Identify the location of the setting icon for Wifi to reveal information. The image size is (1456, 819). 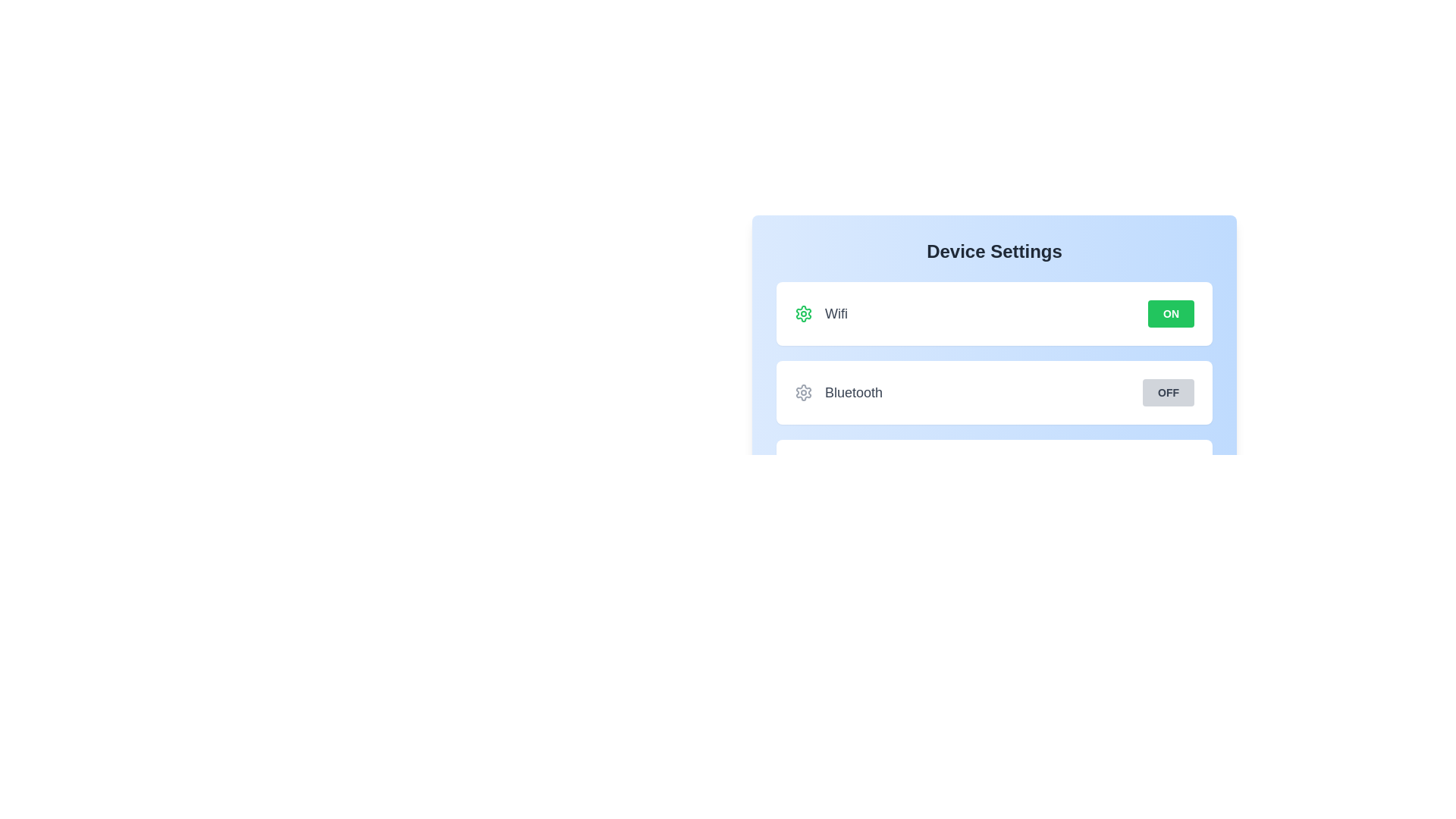
(803, 312).